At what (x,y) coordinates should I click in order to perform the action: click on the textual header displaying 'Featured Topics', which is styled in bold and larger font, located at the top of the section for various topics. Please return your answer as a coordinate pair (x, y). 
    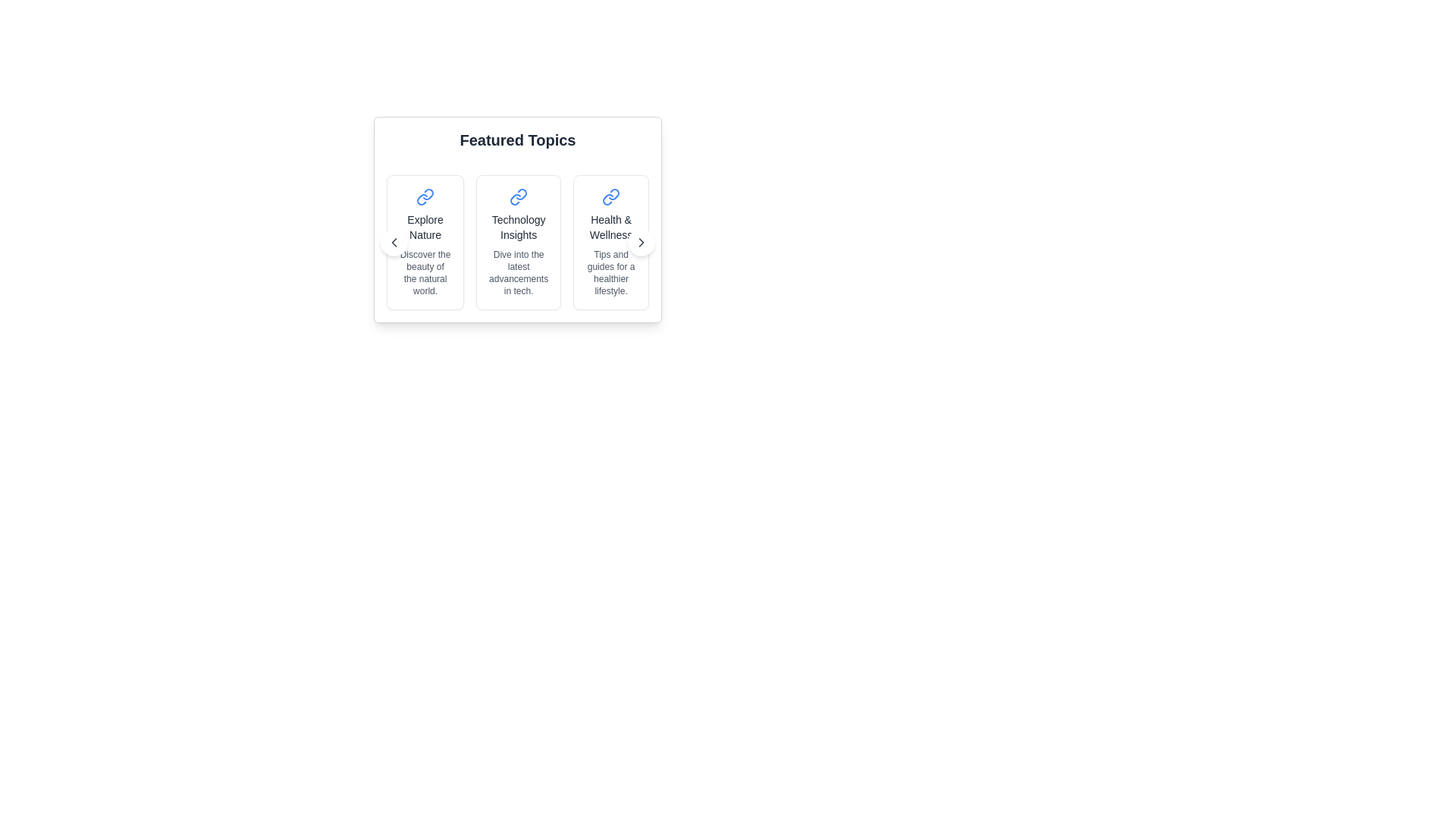
    Looking at the image, I should click on (517, 140).